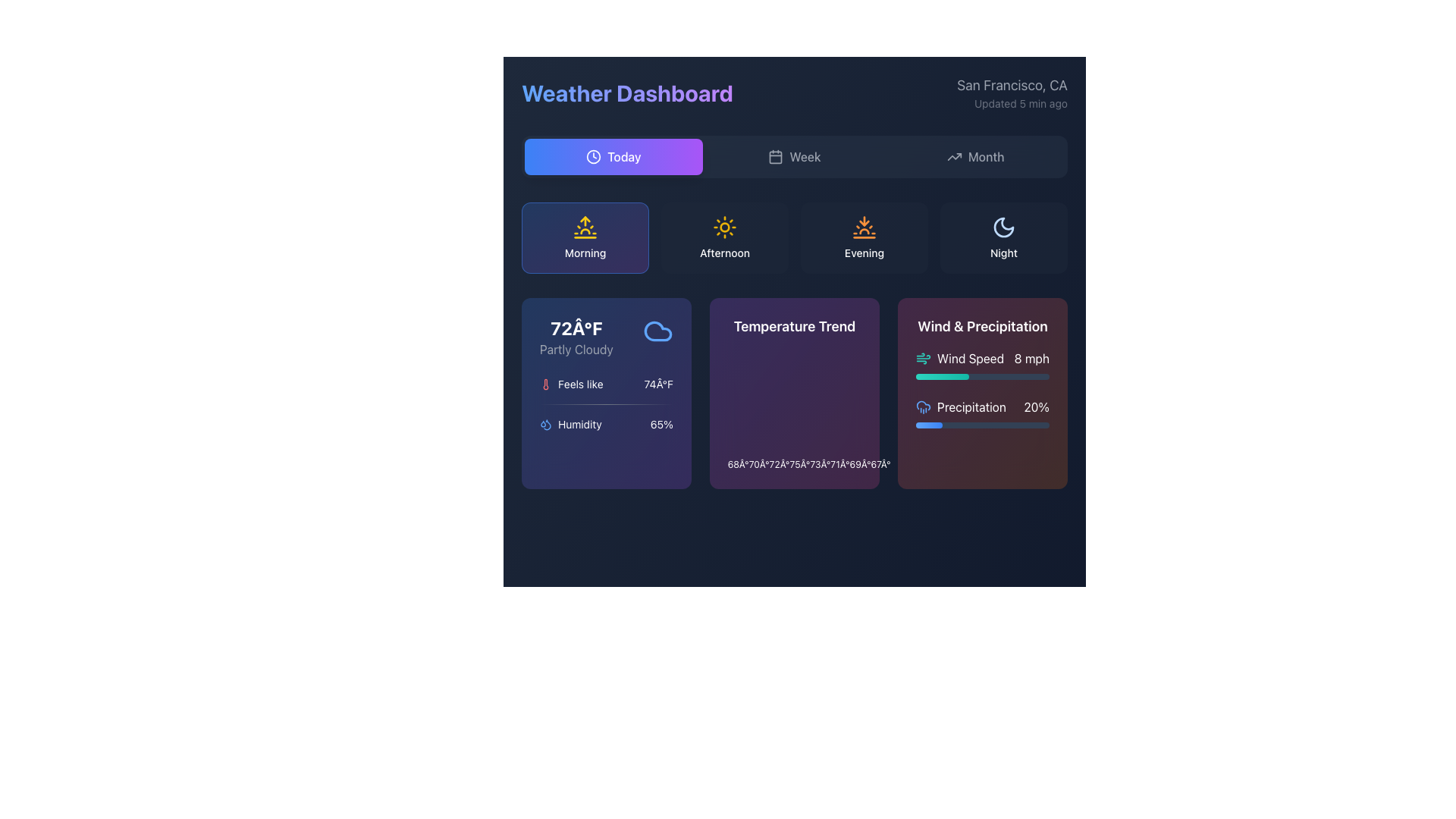 This screenshot has height=819, width=1456. What do you see at coordinates (585, 237) in the screenshot?
I see `the 'Morning' button, which is a rectangular button with a rounded border, featuring a gradient background and a sunrise icon` at bounding box center [585, 237].